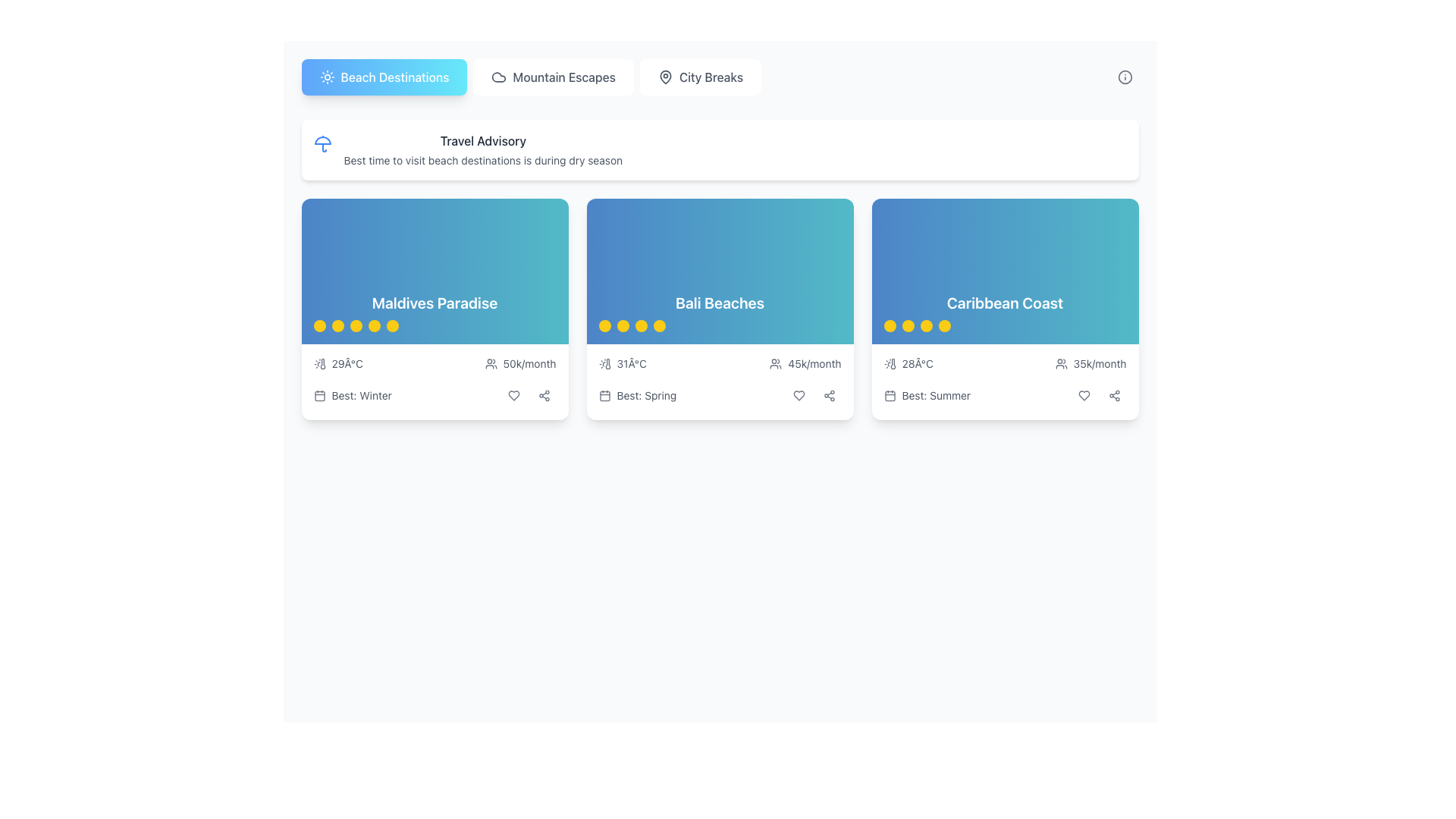 The image size is (1456, 819). Describe the element at coordinates (908, 363) in the screenshot. I see `the Label displaying '28°C' with a thermometer and sun icon, located in the bottom section of the 'Caribbean Coast' card, to the left of '35k/month'` at that location.